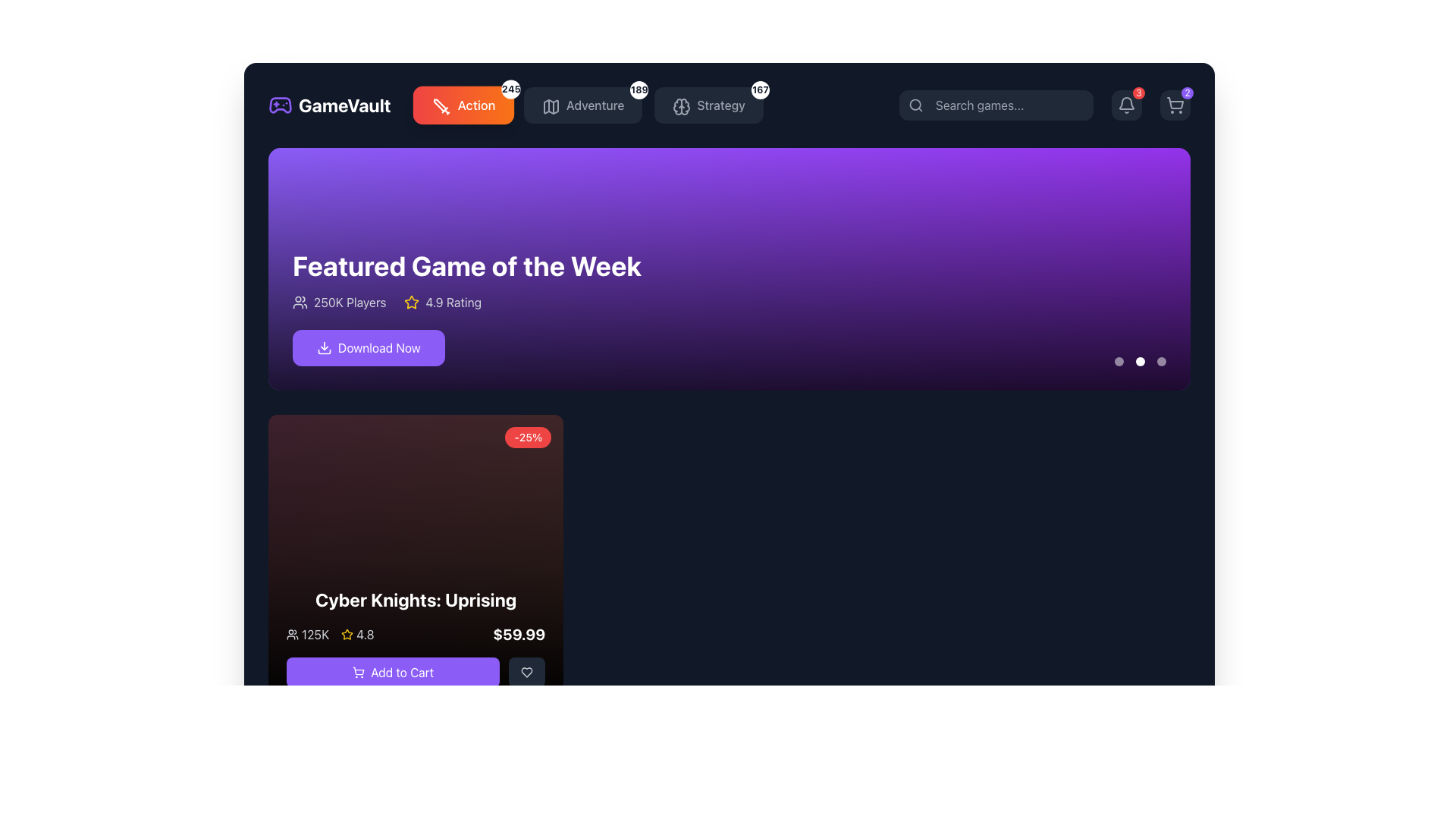 The height and width of the screenshot is (819, 1456). What do you see at coordinates (369, 348) in the screenshot?
I see `the download button located beneath the 'Featured Game of the Week' text to observe the hover effect` at bounding box center [369, 348].